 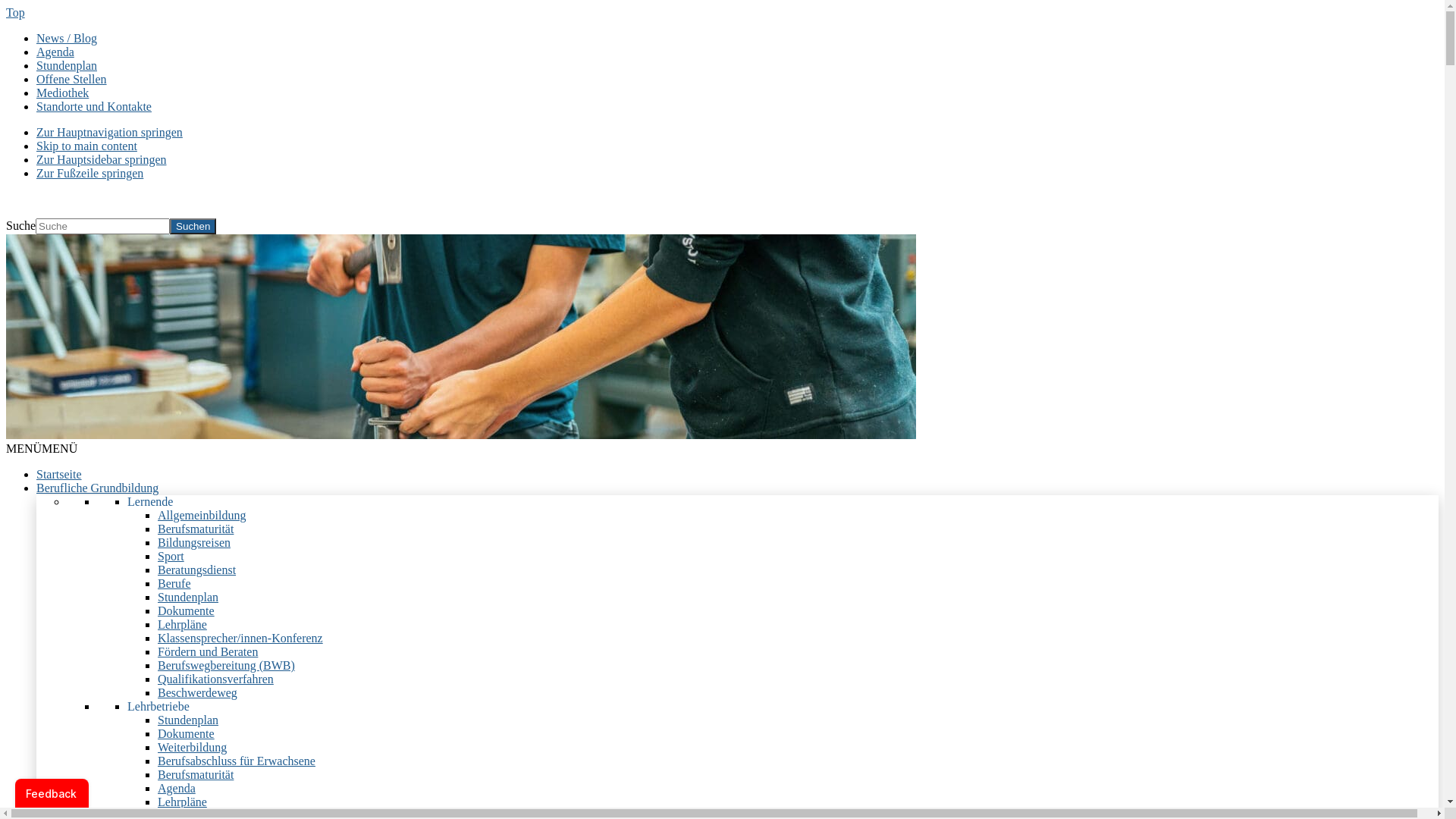 I want to click on 'Bildungsreisen', so click(x=157, y=541).